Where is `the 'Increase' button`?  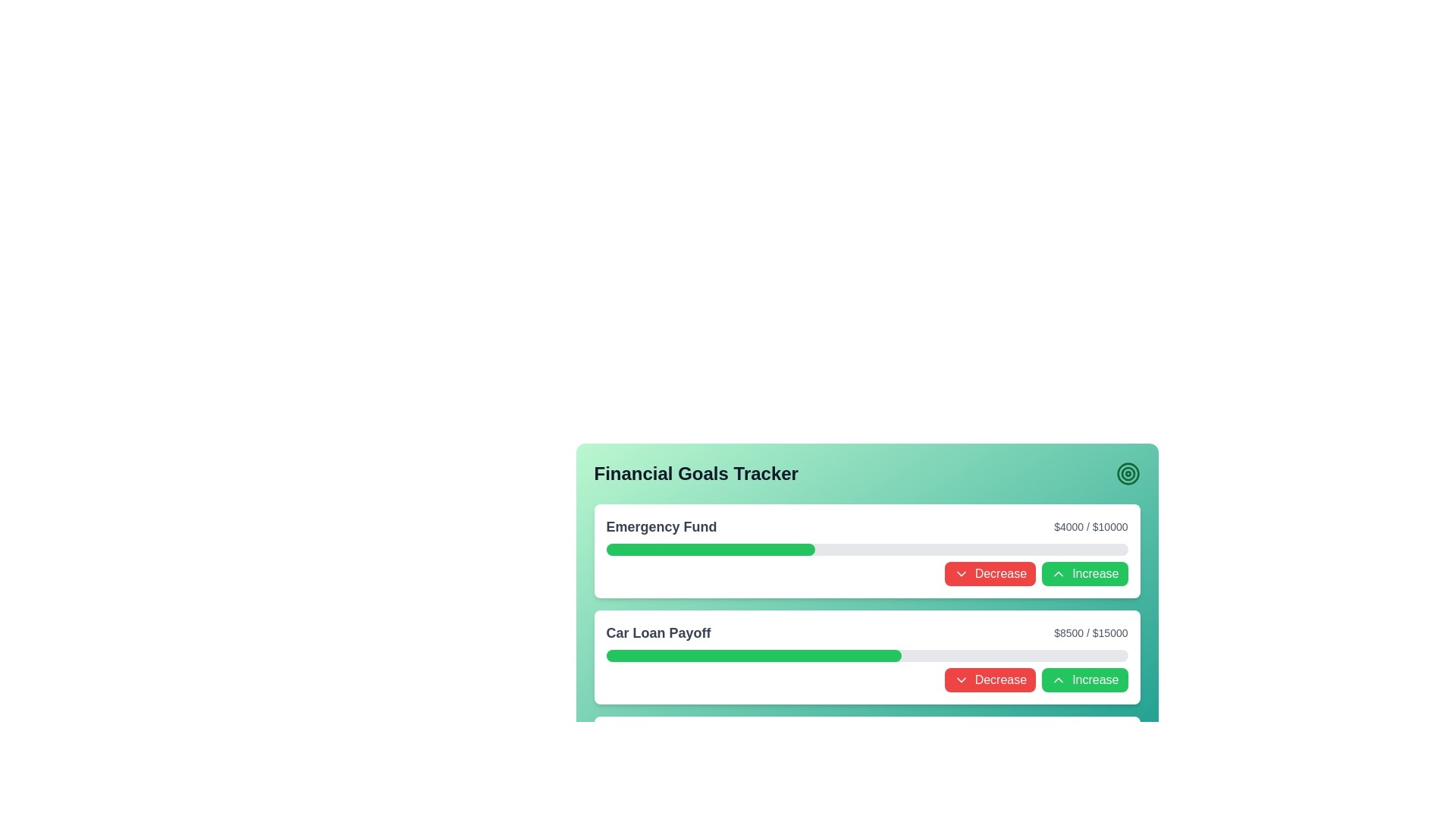
the 'Increase' button is located at coordinates (1084, 573).